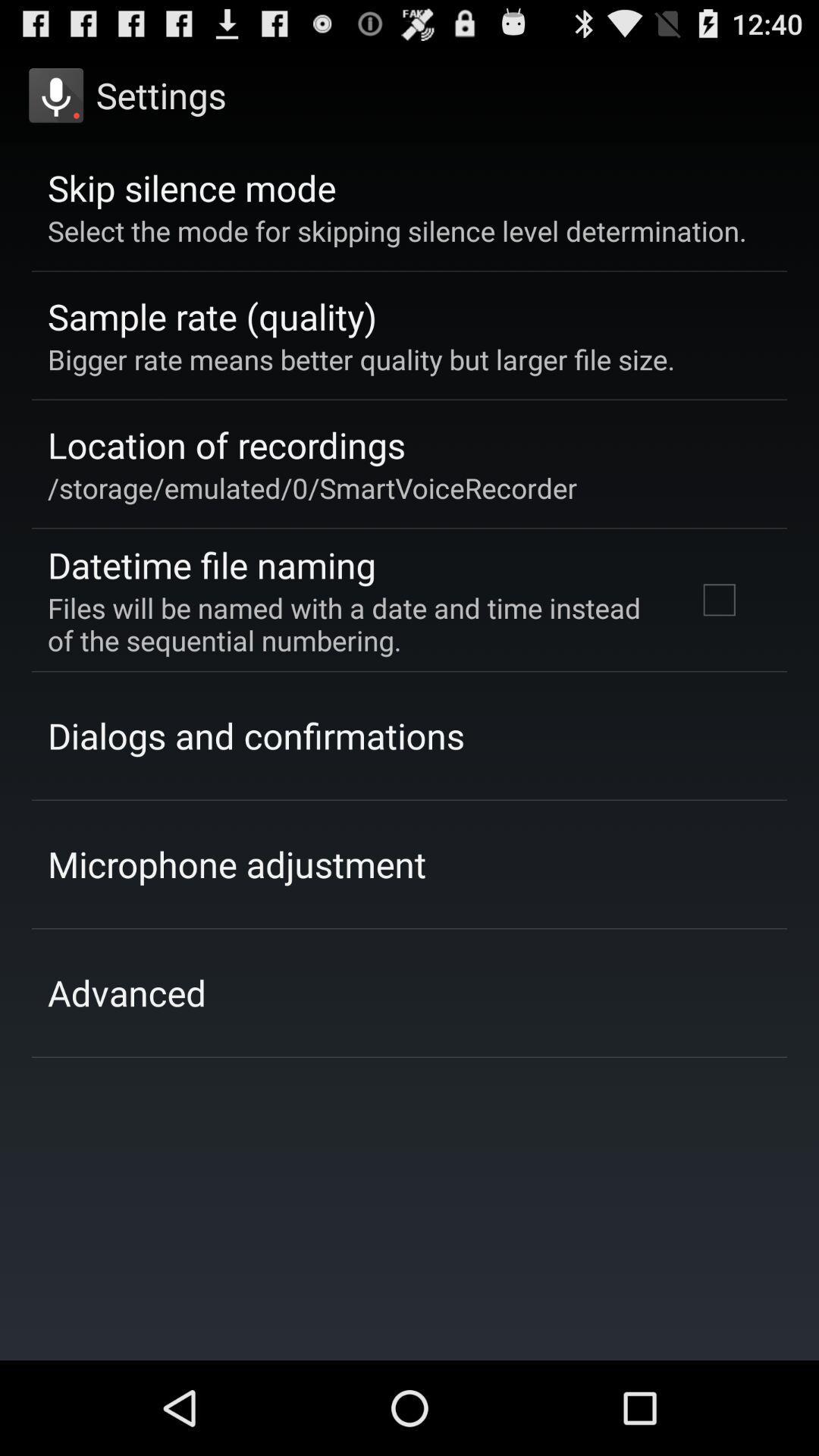 This screenshot has height=1456, width=819. Describe the element at coordinates (212, 564) in the screenshot. I see `the item below the storage emulated 0 app` at that location.